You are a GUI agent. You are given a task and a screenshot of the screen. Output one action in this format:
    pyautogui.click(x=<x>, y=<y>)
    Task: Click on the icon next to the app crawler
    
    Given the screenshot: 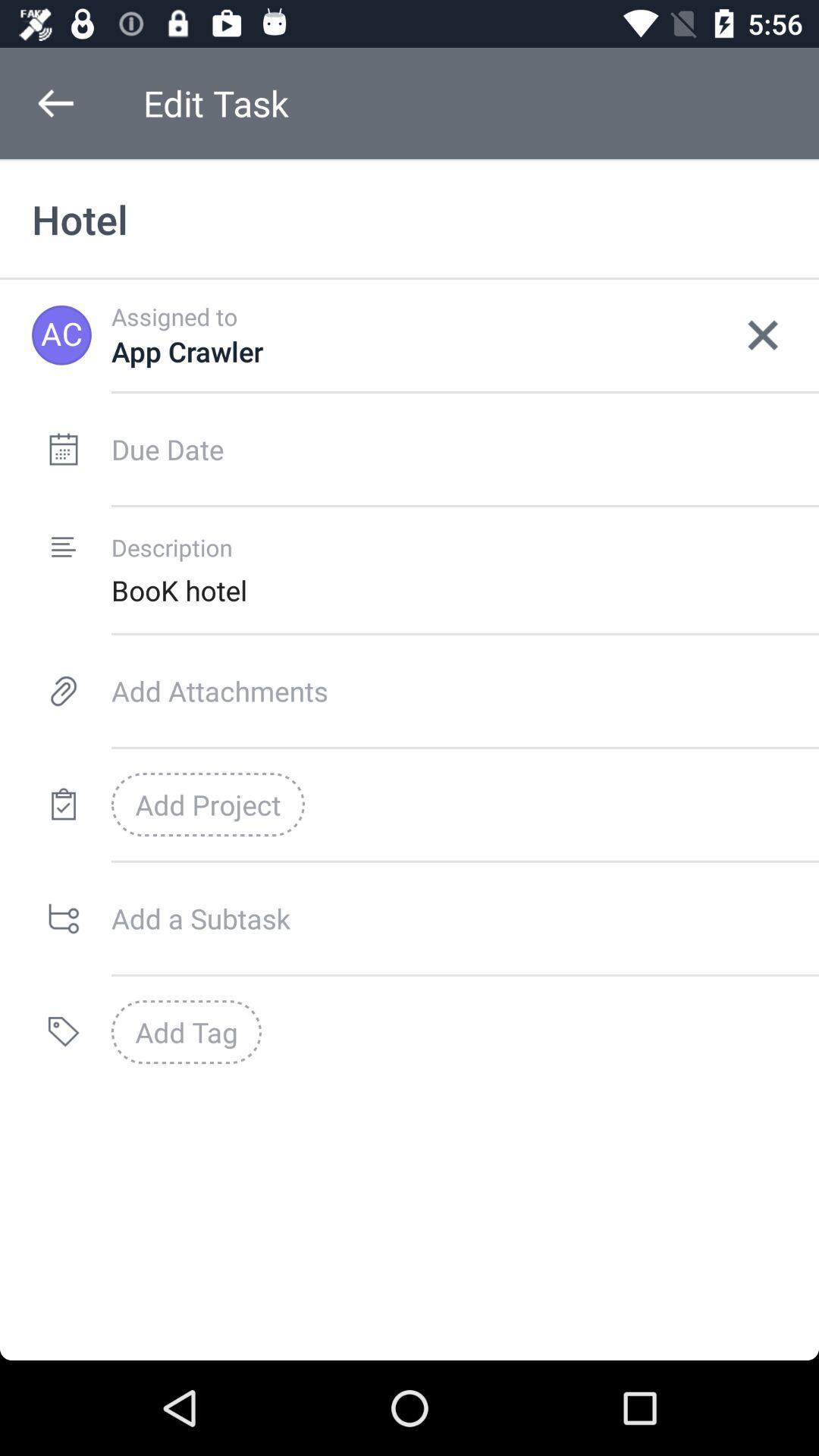 What is the action you would take?
    pyautogui.click(x=763, y=334)
    